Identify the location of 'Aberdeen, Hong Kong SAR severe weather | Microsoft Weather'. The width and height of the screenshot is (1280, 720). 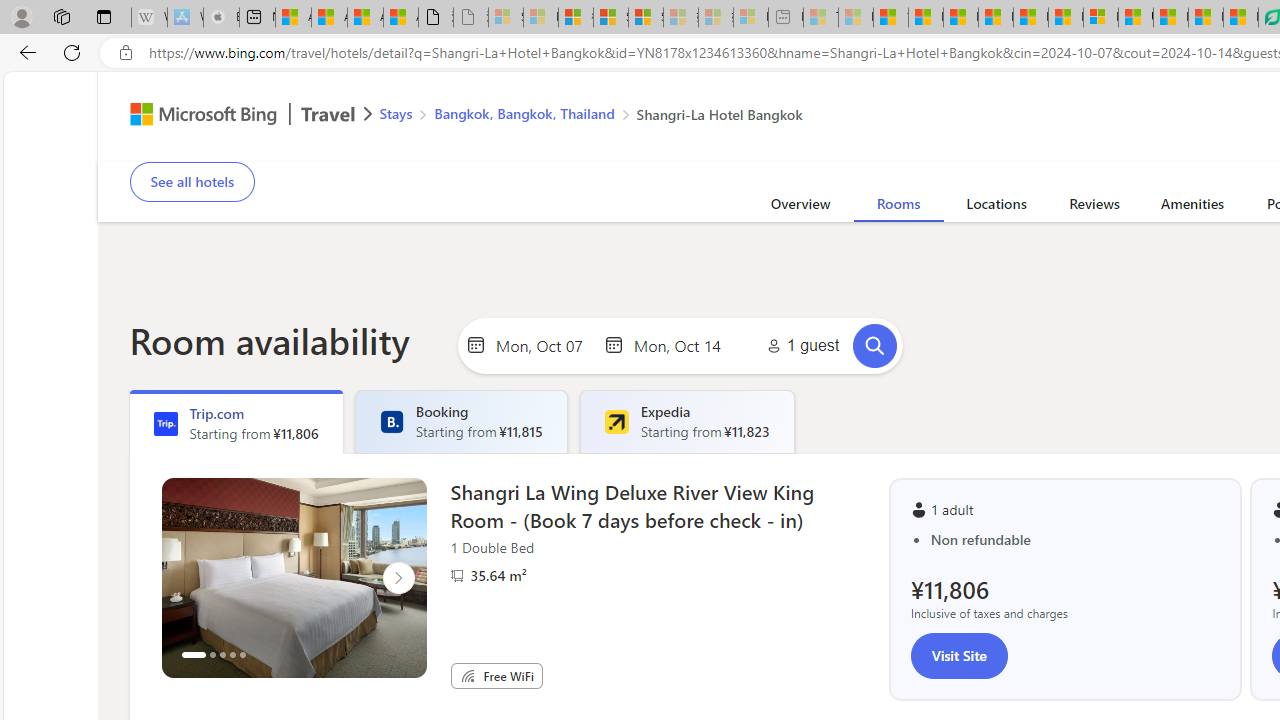
(400, 17).